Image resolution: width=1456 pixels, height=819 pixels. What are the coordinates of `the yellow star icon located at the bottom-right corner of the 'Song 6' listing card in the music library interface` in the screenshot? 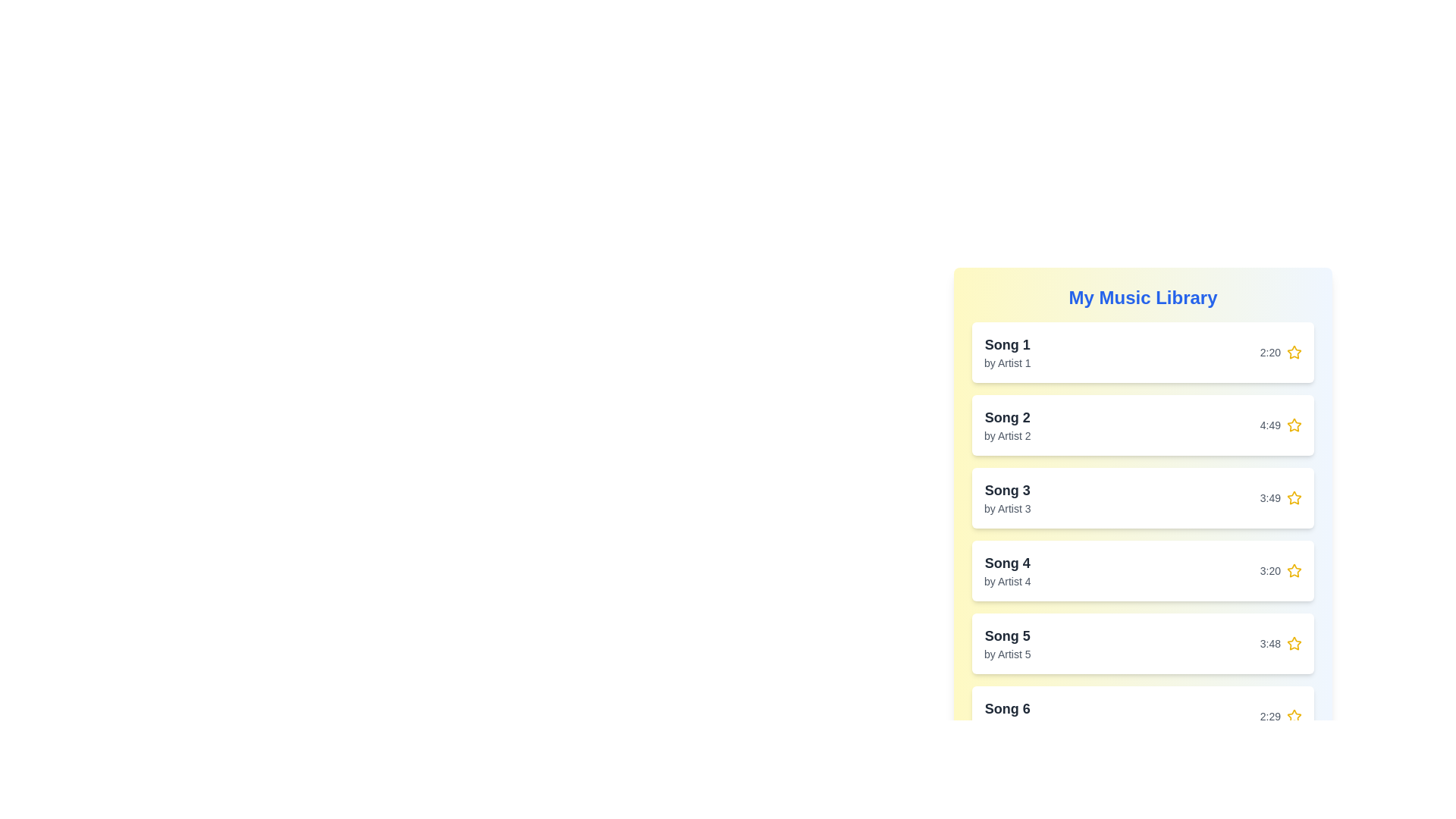 It's located at (1280, 717).